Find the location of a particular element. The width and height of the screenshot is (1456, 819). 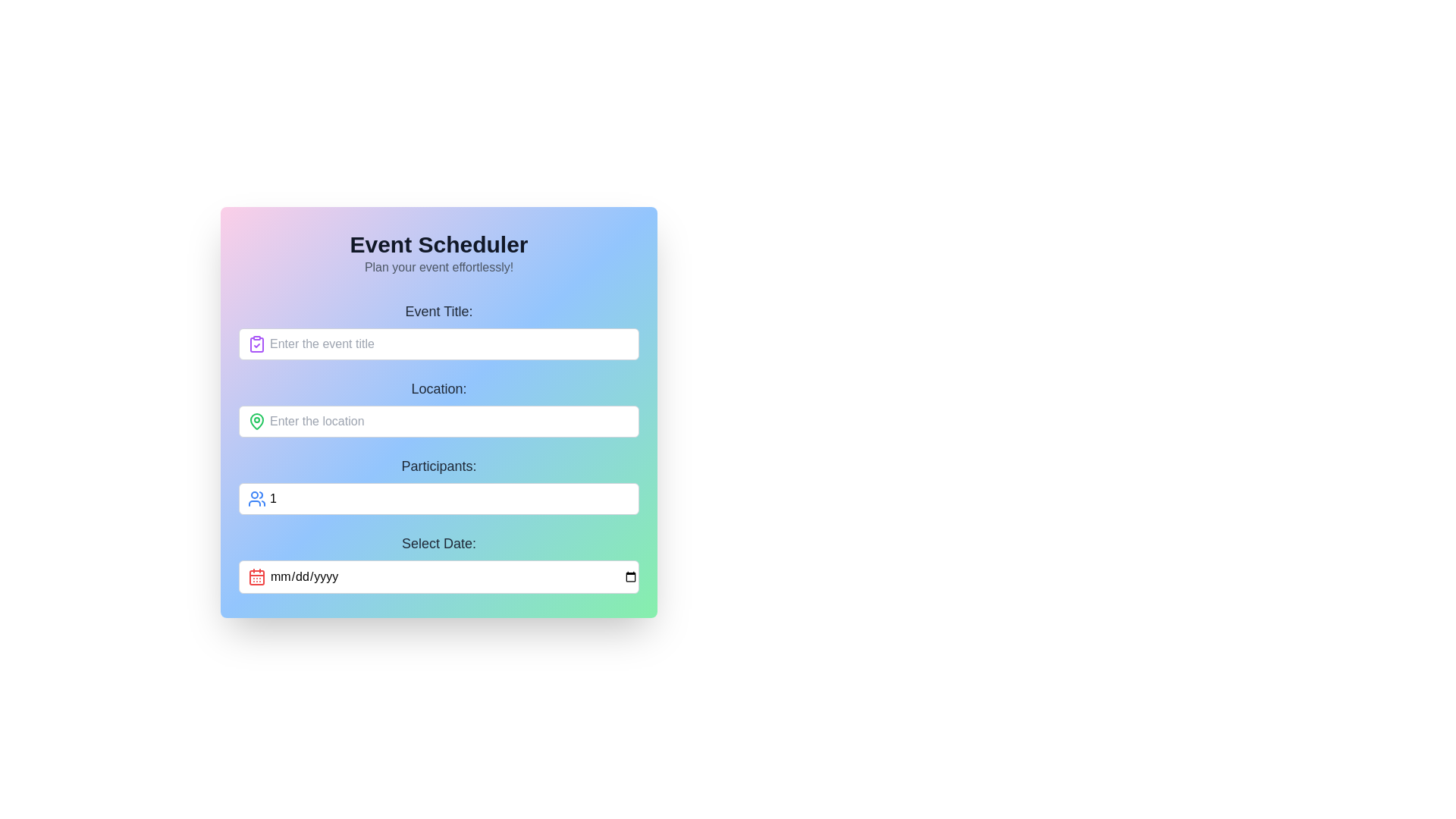

the Text label that indicates the purpose of the adjacent input field for entering the event's location, which is centrally aligned within the form layout below the 'Event Title' label is located at coordinates (438, 388).